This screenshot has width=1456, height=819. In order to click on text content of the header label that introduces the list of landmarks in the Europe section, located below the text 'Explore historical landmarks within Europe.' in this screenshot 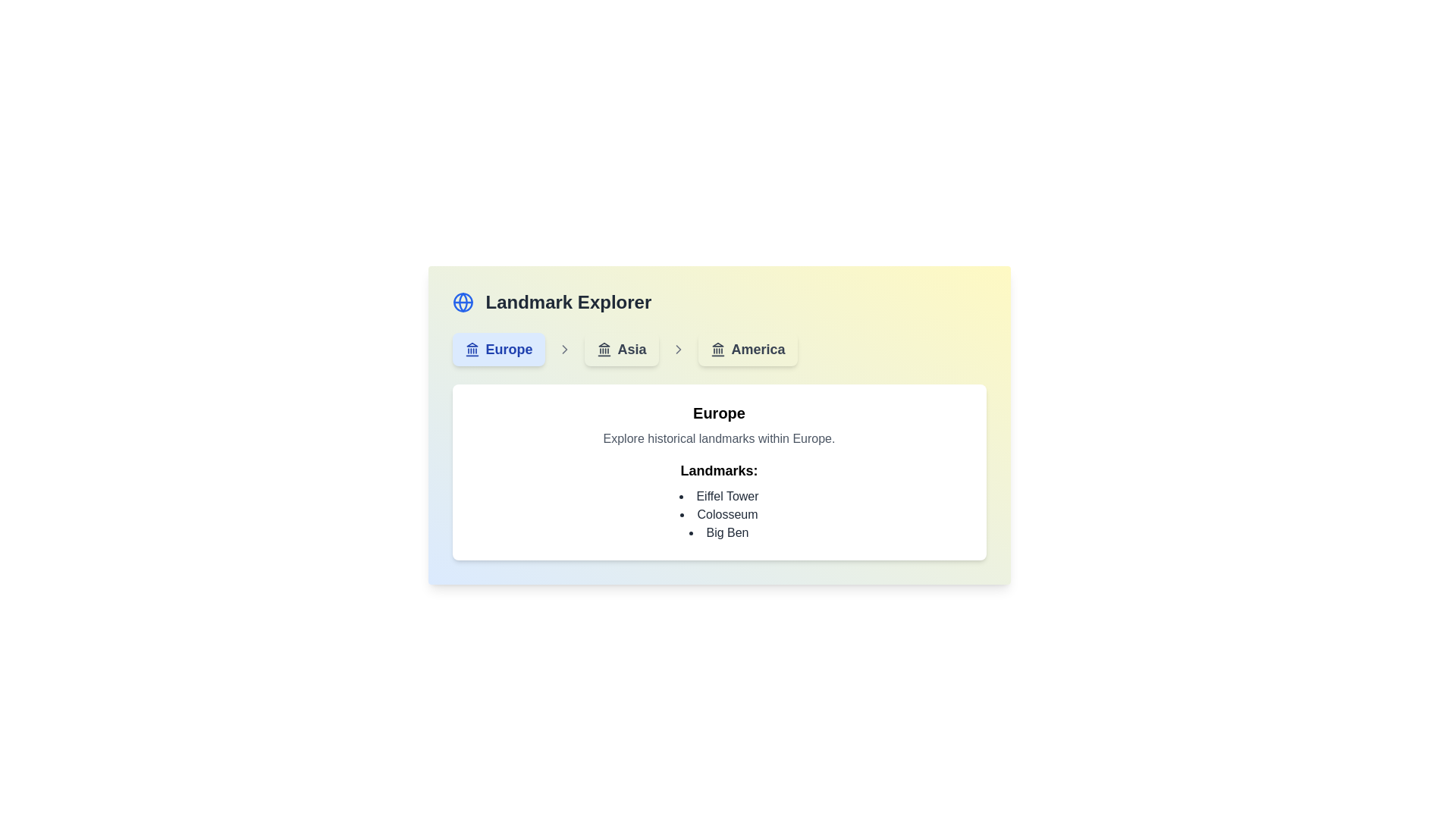, I will do `click(718, 470)`.